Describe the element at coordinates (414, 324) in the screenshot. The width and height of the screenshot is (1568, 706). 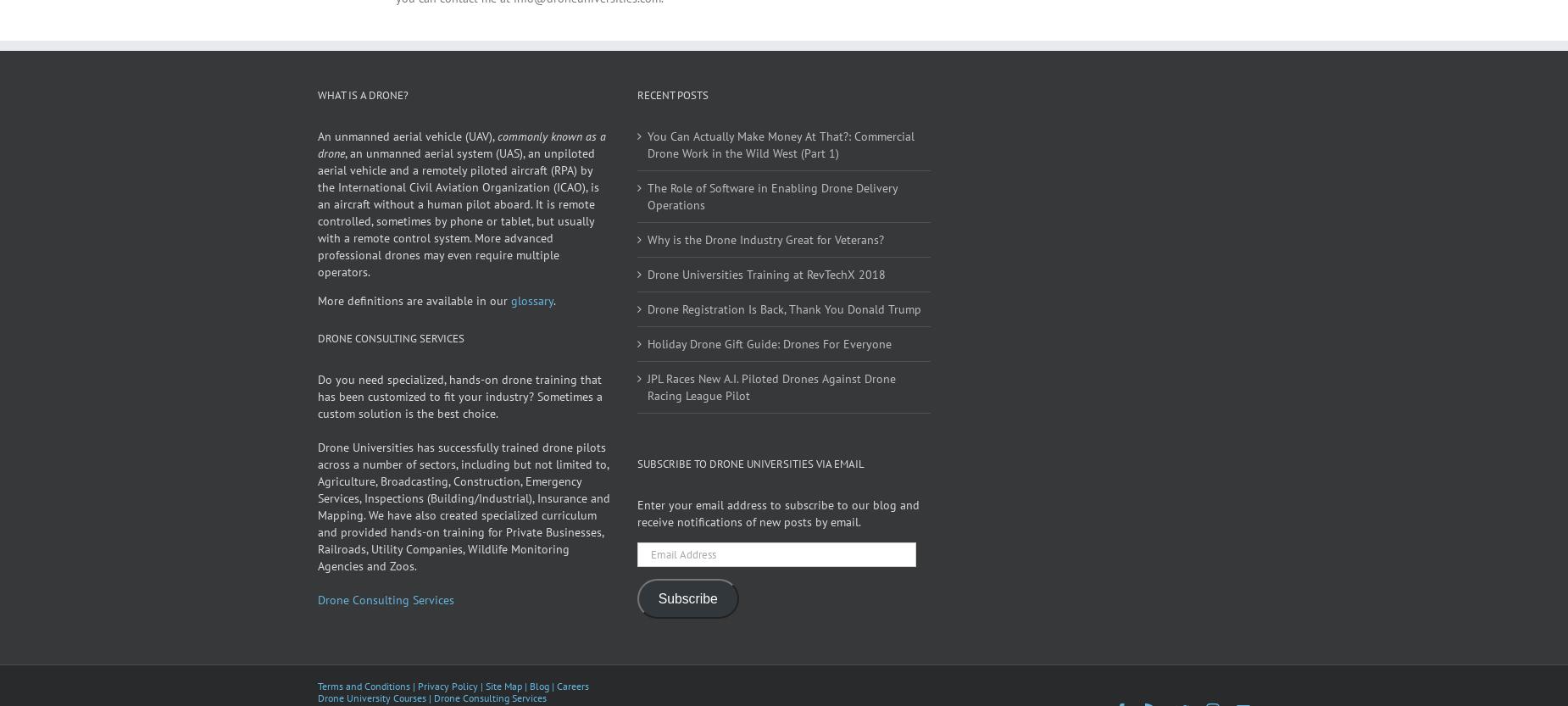
I see `'More definitions are available in our'` at that location.